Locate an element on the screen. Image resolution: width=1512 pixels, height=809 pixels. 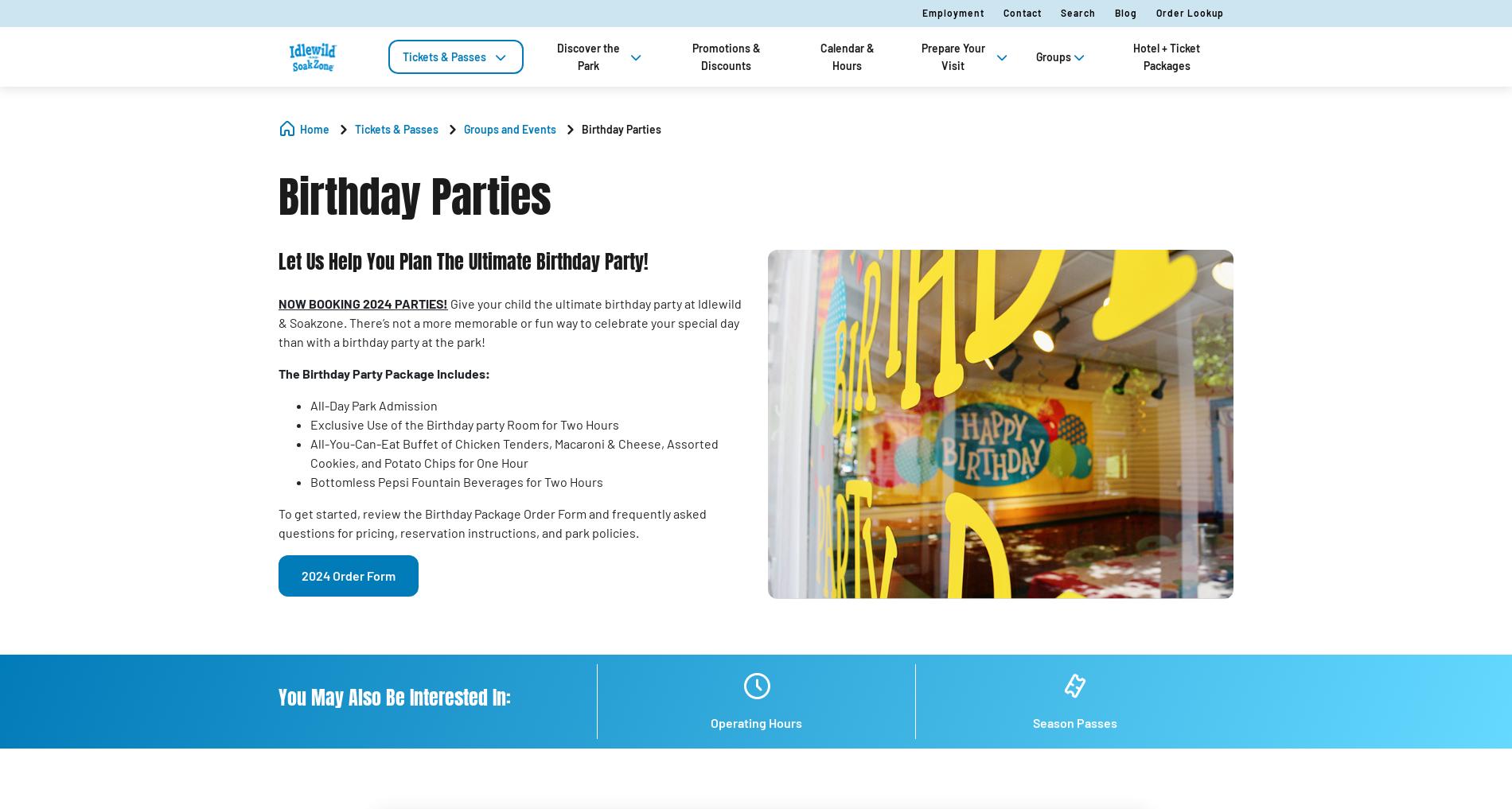
'NOW BOOKING 2024 PARTIES!' is located at coordinates (362, 301).